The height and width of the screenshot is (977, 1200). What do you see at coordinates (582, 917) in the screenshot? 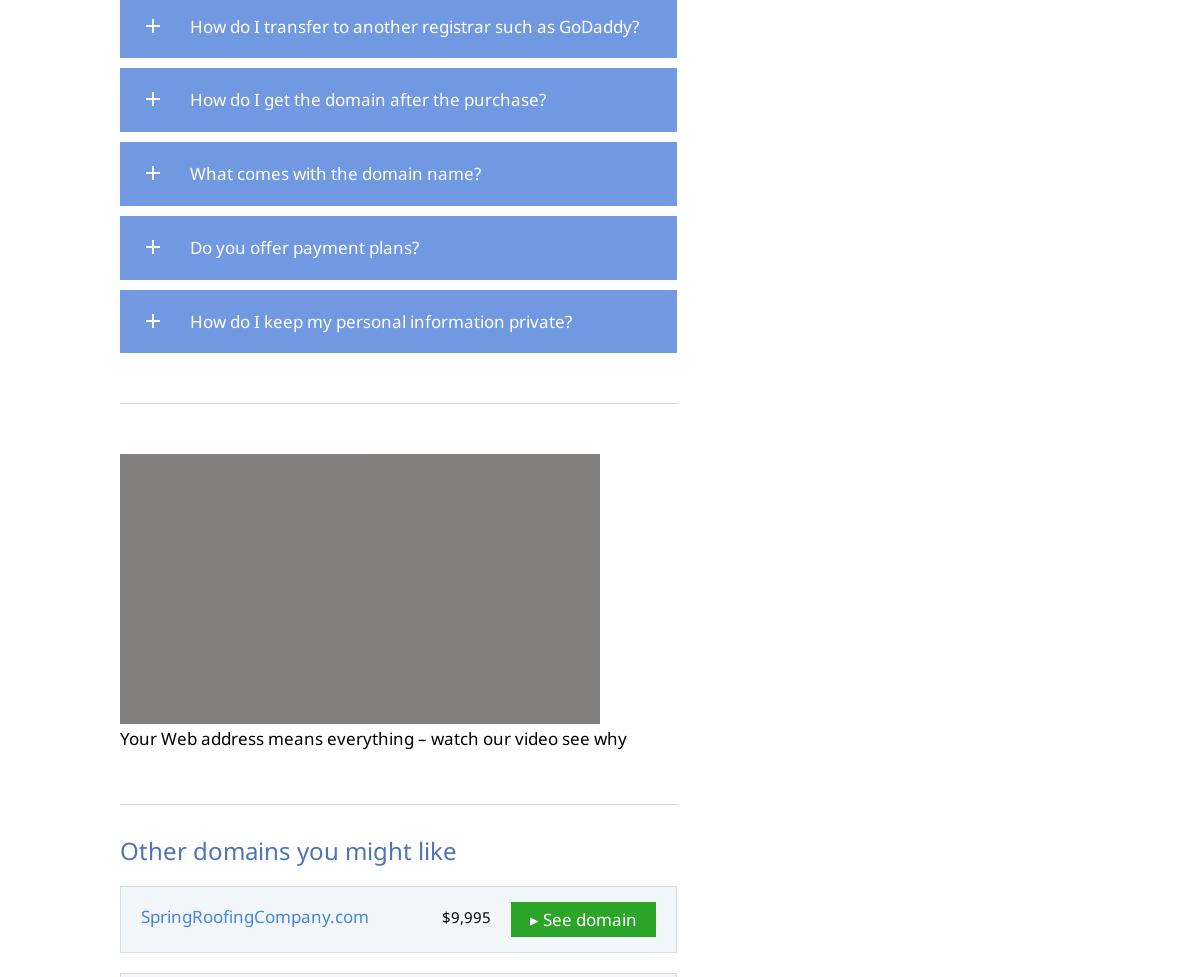
I see `'▸ See domain'` at bounding box center [582, 917].